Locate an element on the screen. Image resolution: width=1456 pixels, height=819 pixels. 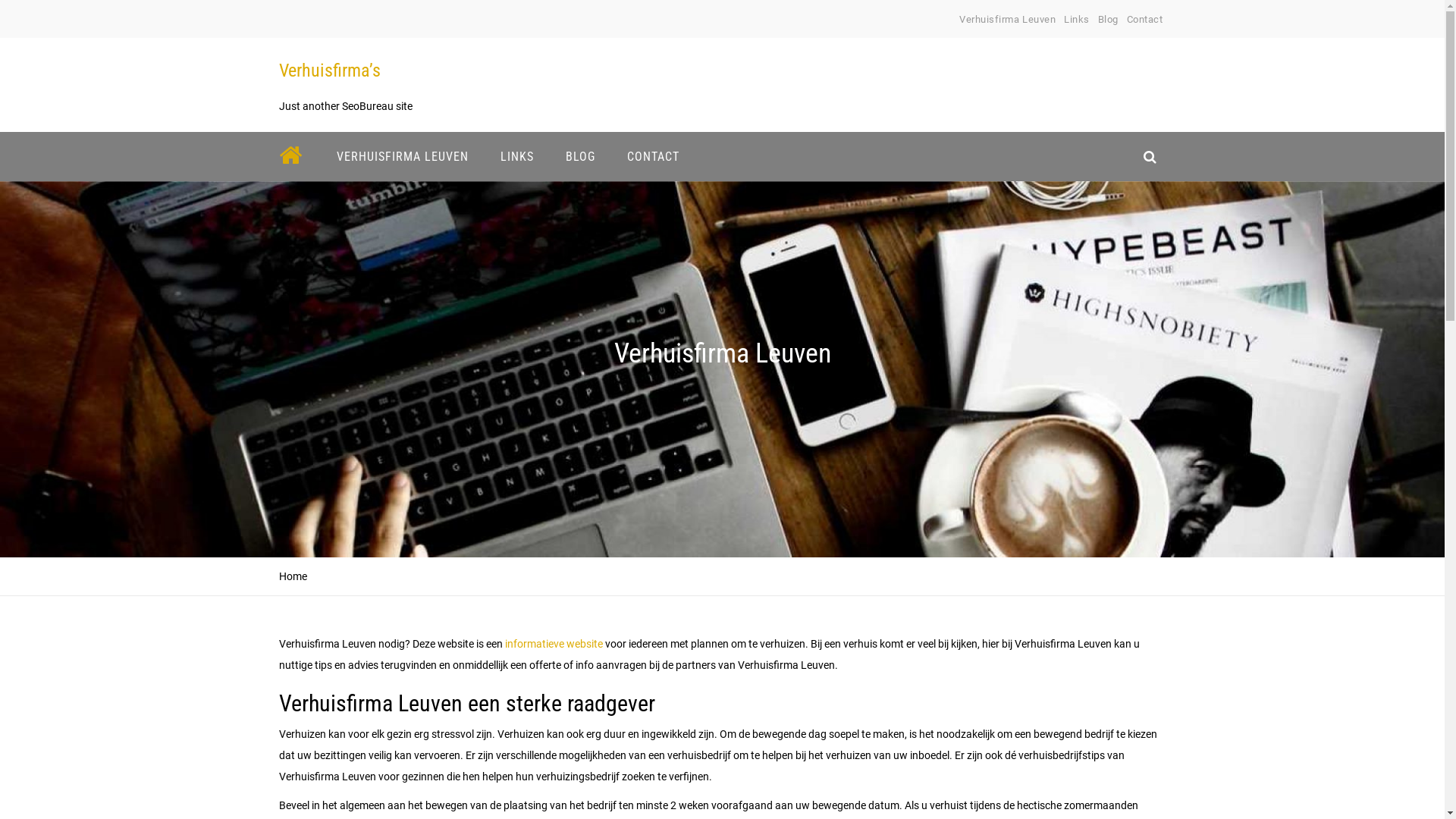
'CONTACT' is located at coordinates (653, 156).